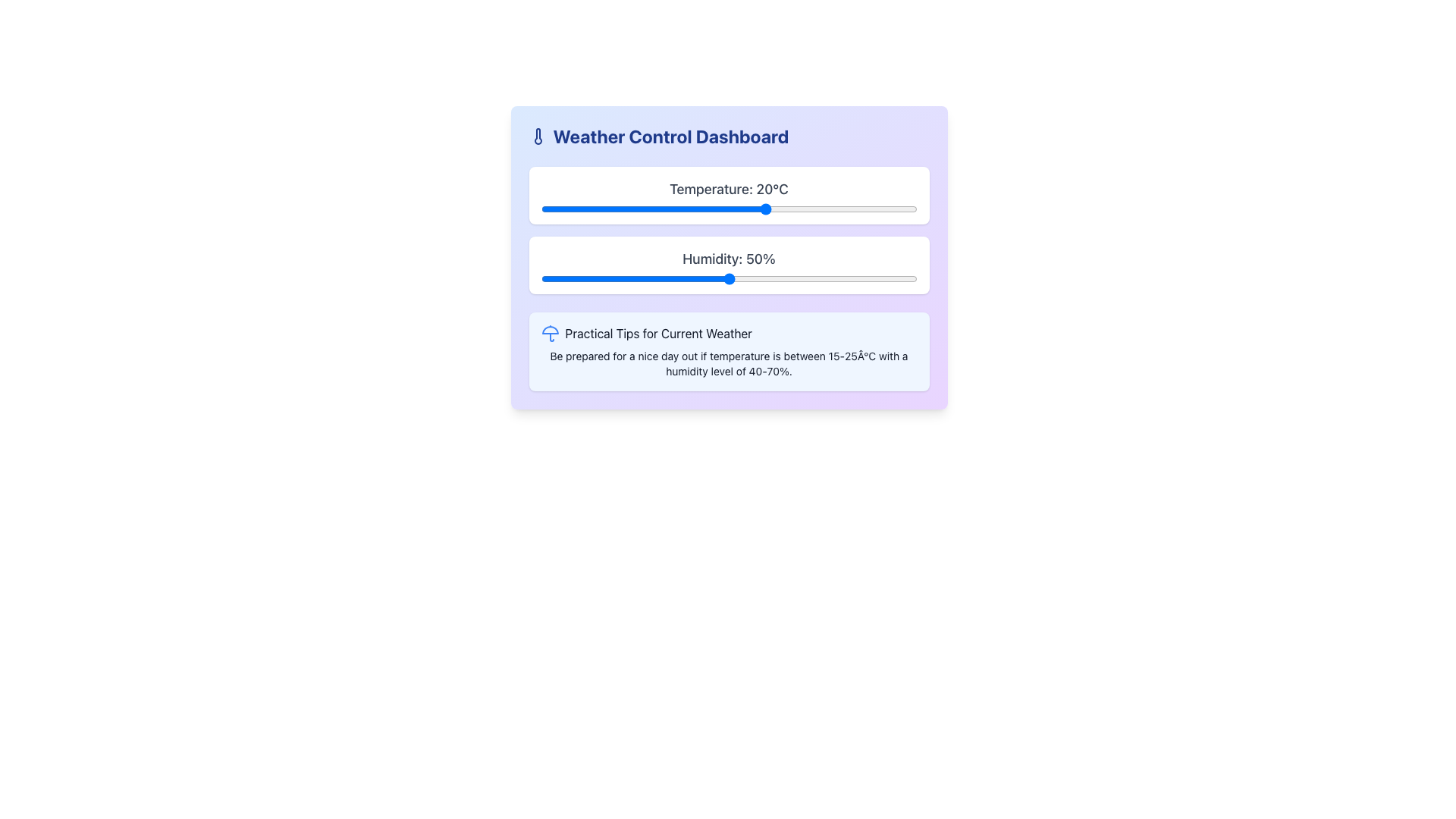  What do you see at coordinates (729, 209) in the screenshot?
I see `temperature` at bounding box center [729, 209].